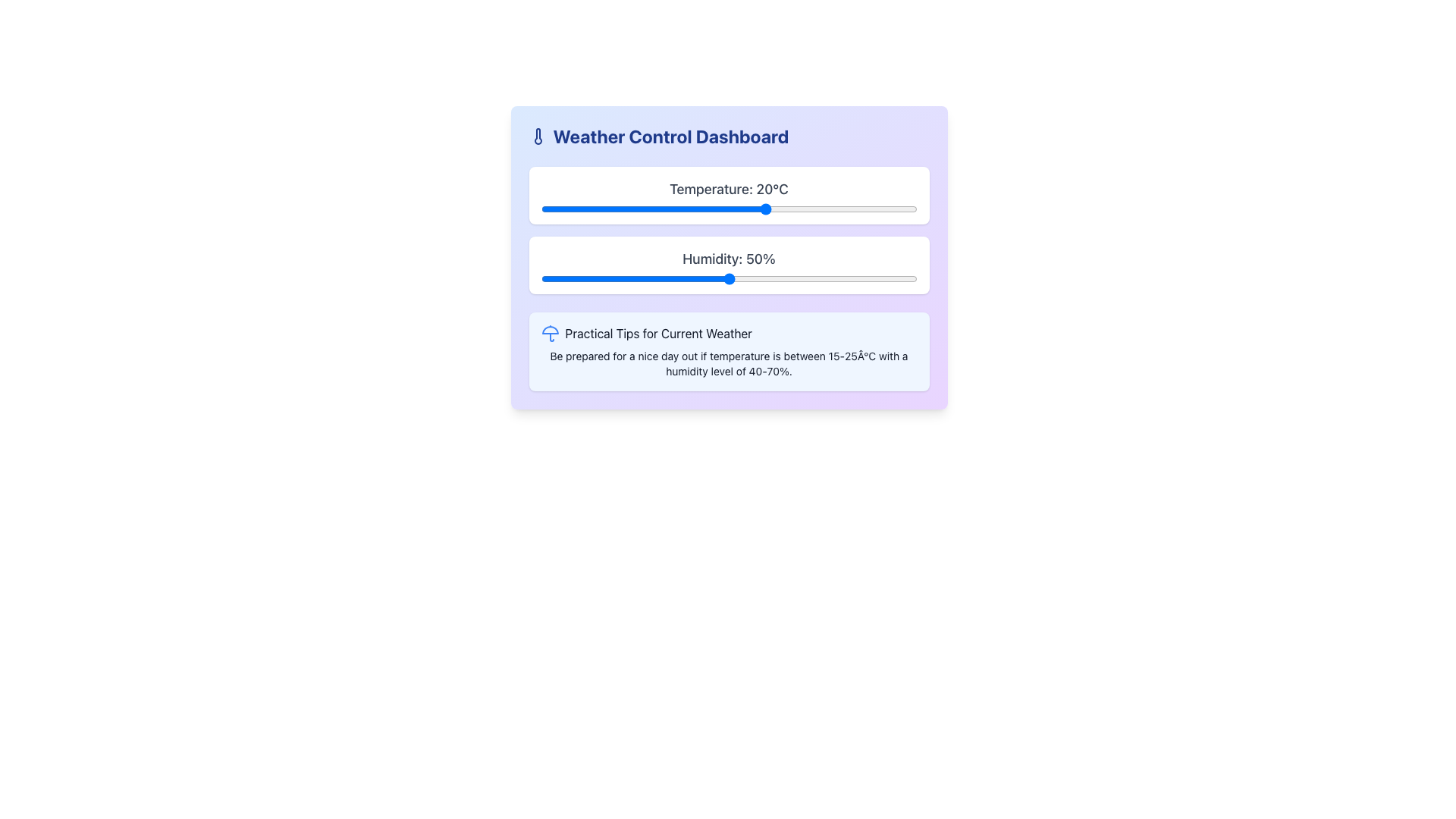  What do you see at coordinates (729, 209) in the screenshot?
I see `temperature` at bounding box center [729, 209].